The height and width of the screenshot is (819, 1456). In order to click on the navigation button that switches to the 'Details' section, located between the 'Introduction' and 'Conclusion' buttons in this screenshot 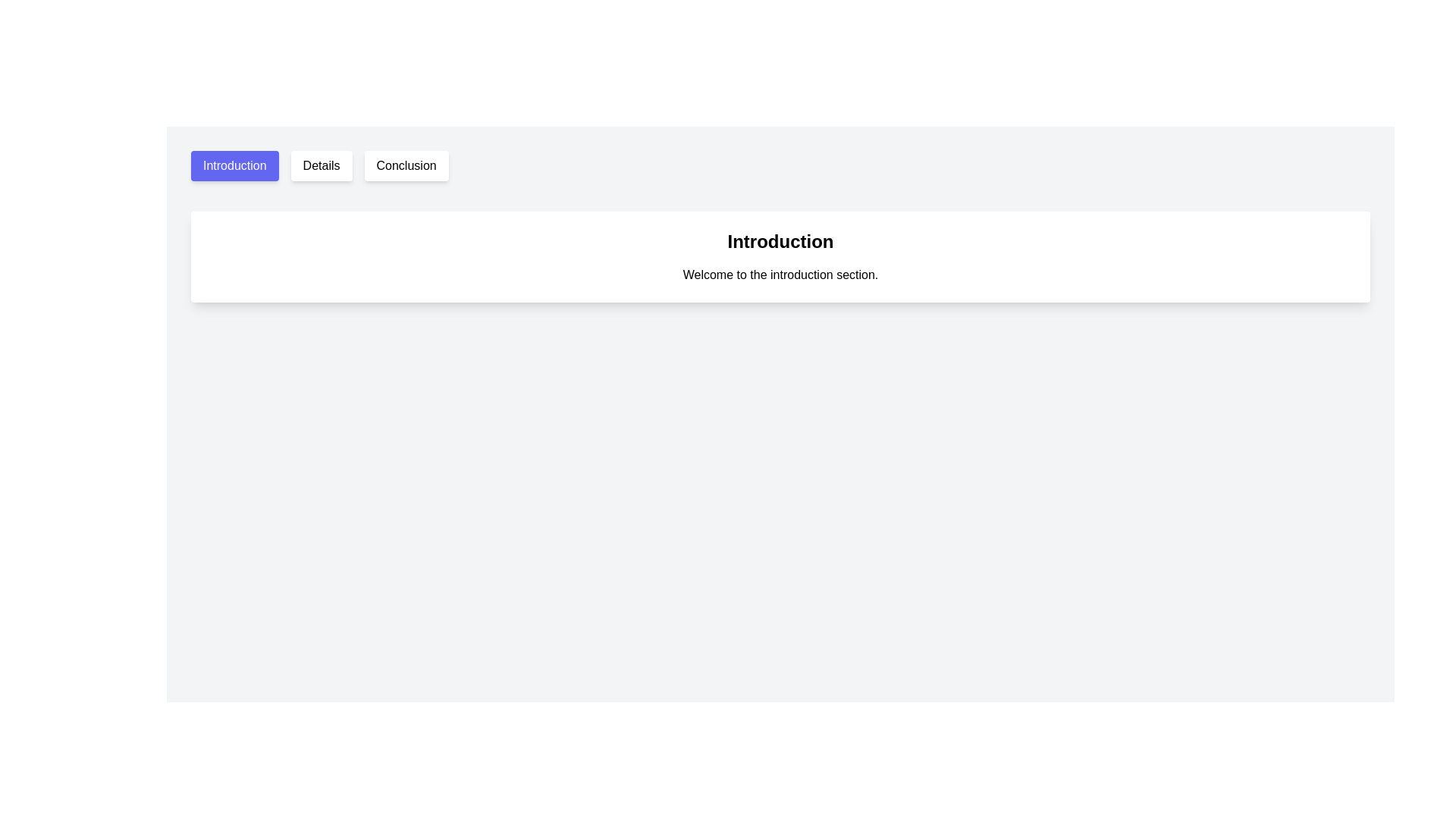, I will do `click(321, 166)`.